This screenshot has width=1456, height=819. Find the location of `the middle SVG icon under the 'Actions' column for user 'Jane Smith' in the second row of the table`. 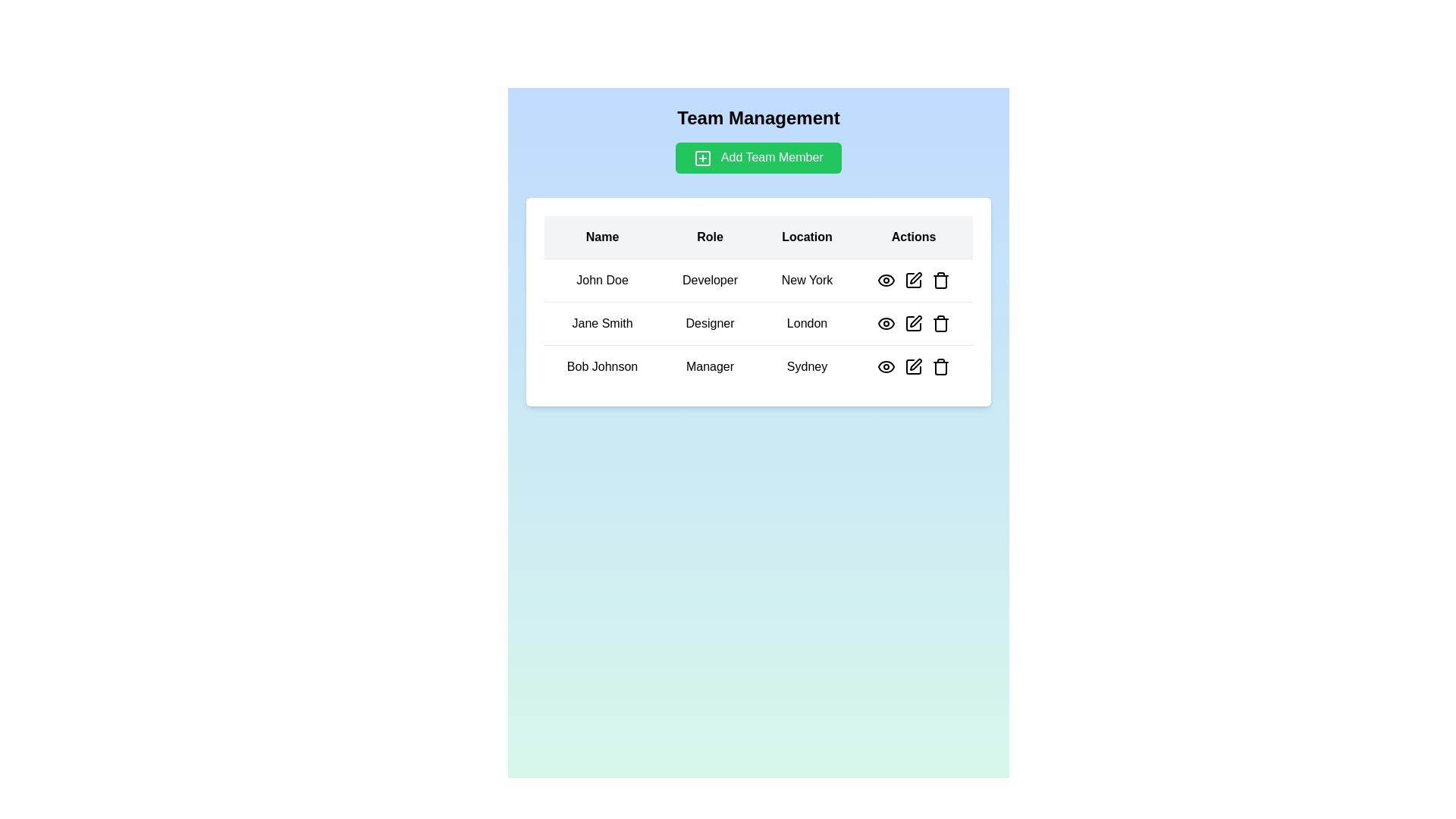

the middle SVG icon under the 'Actions' column for user 'Jane Smith' in the second row of the table is located at coordinates (912, 322).